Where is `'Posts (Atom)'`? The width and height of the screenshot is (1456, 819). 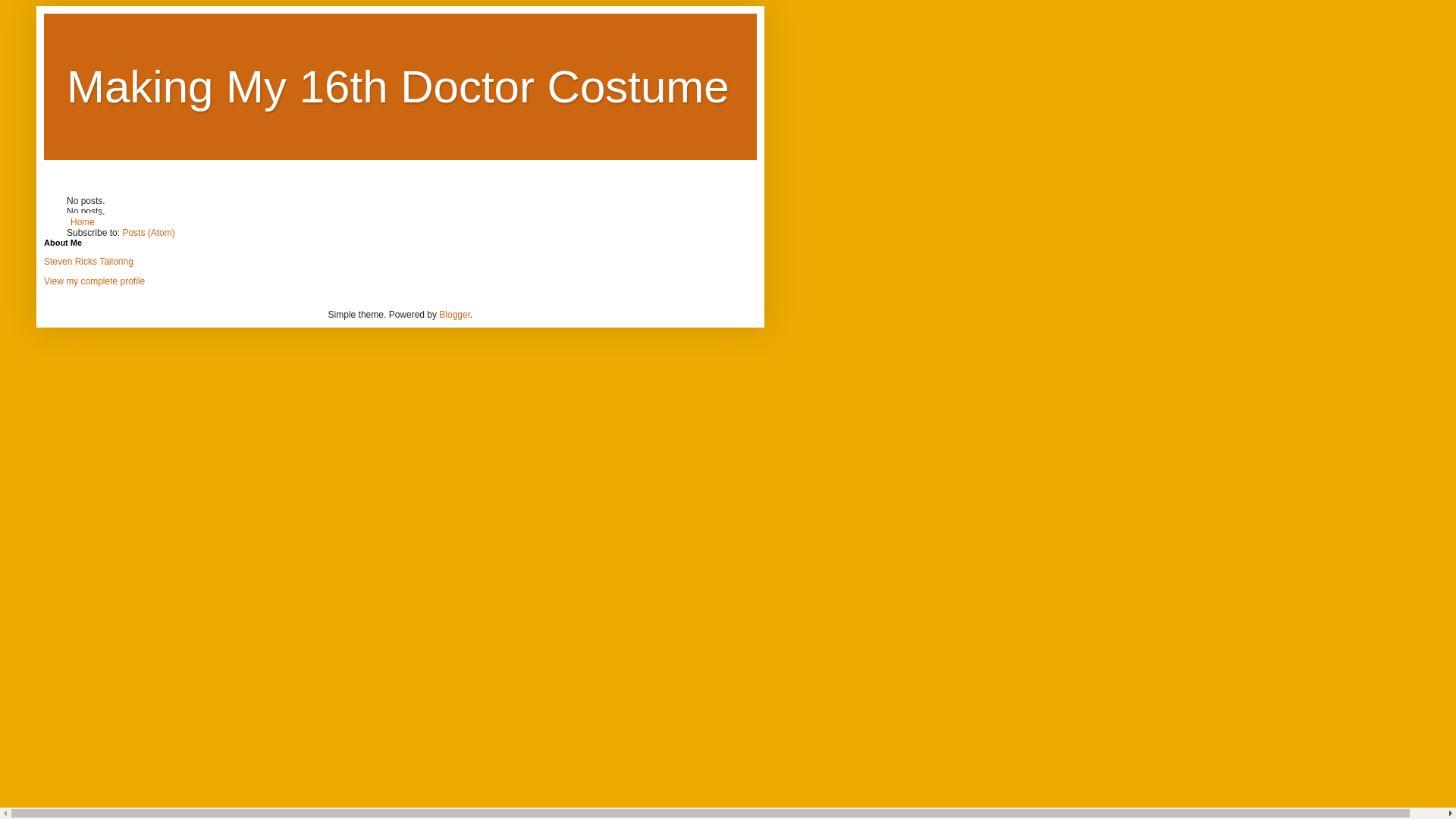
'Posts (Atom)' is located at coordinates (122, 233).